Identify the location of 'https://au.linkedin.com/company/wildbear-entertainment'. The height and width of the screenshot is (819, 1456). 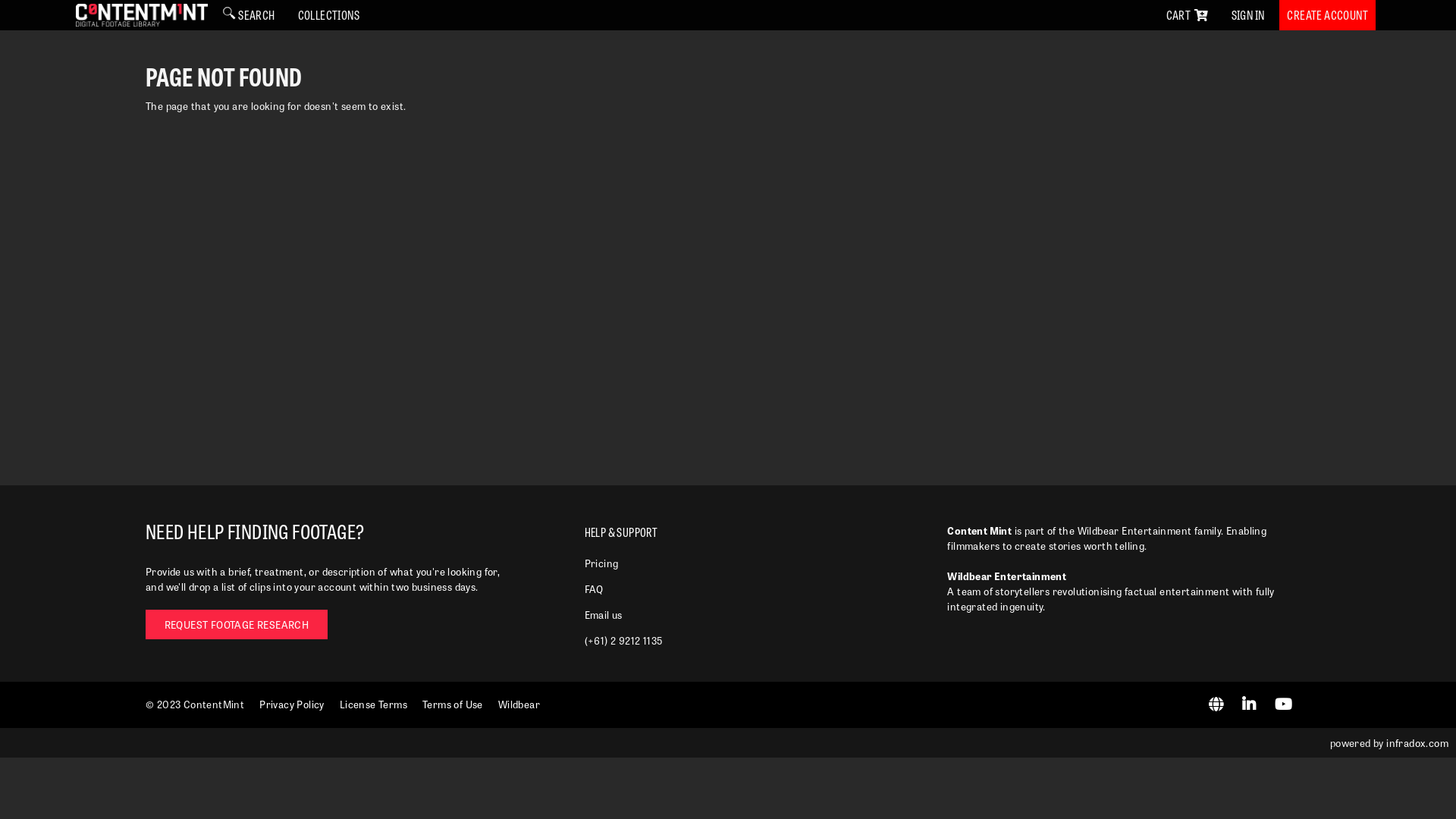
(1250, 705).